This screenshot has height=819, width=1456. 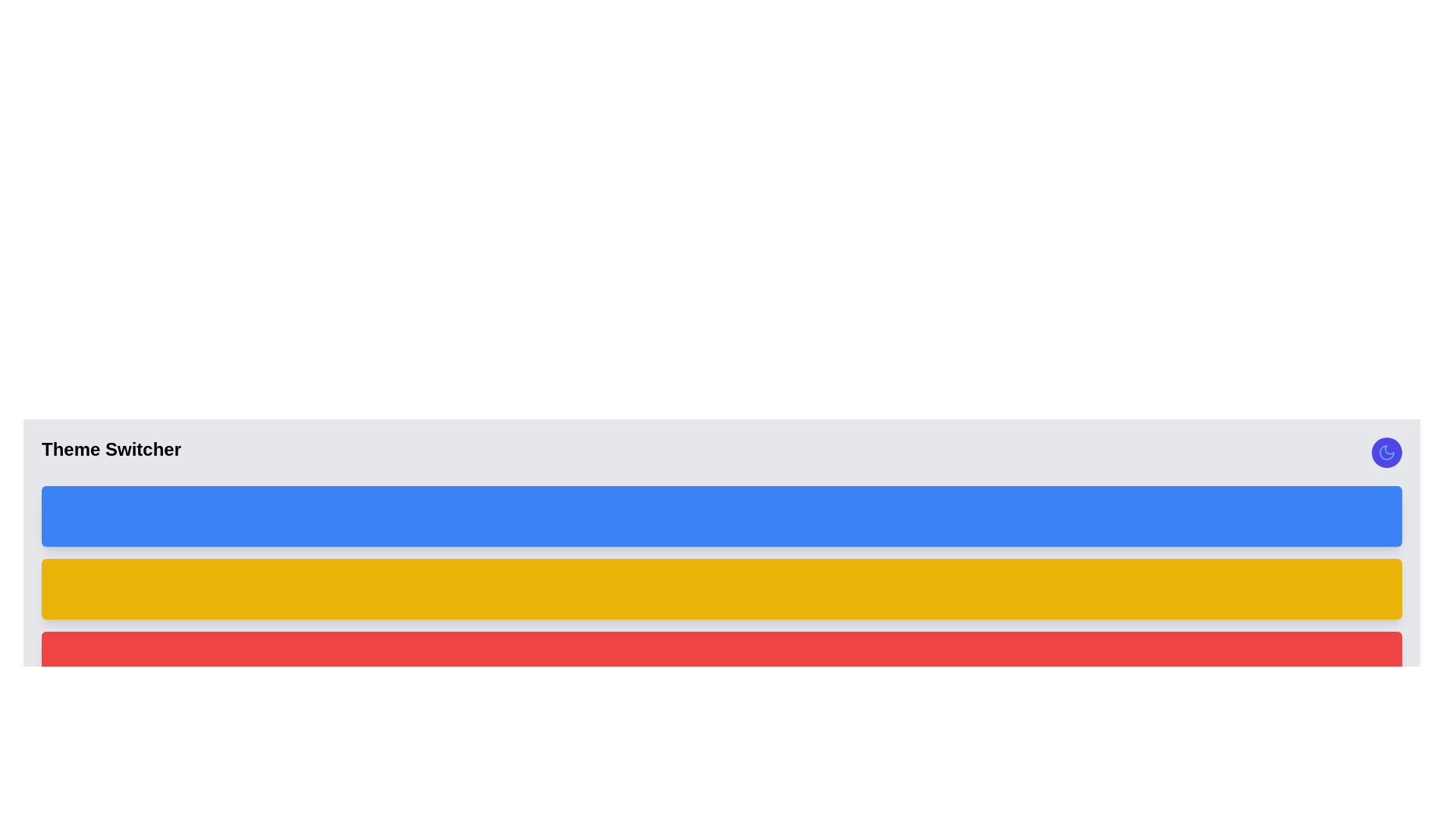 I want to click on the crescent moon icon located in the top right corner of the interface, so click(x=1386, y=452).